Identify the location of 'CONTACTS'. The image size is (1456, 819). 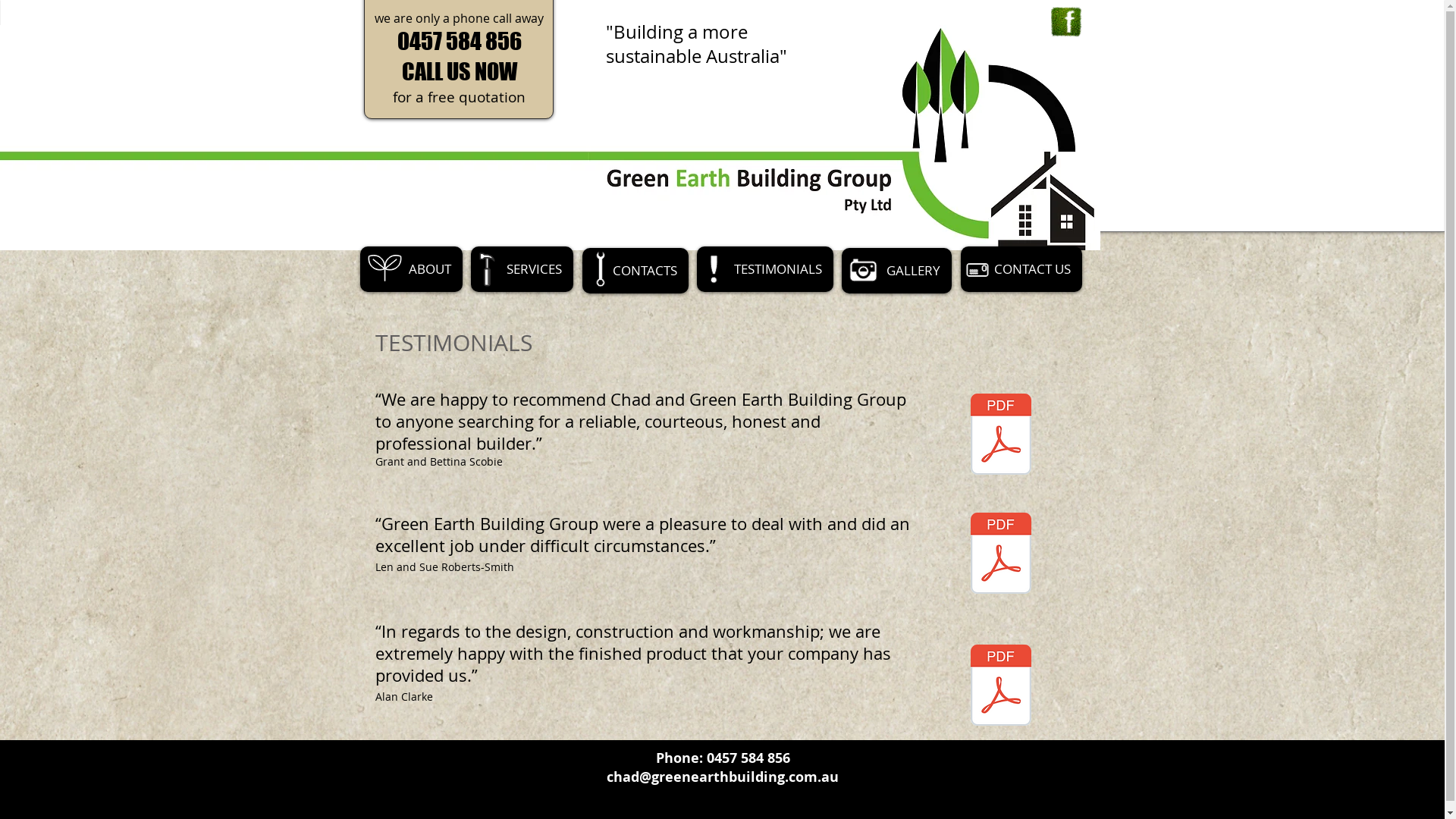
(582, 270).